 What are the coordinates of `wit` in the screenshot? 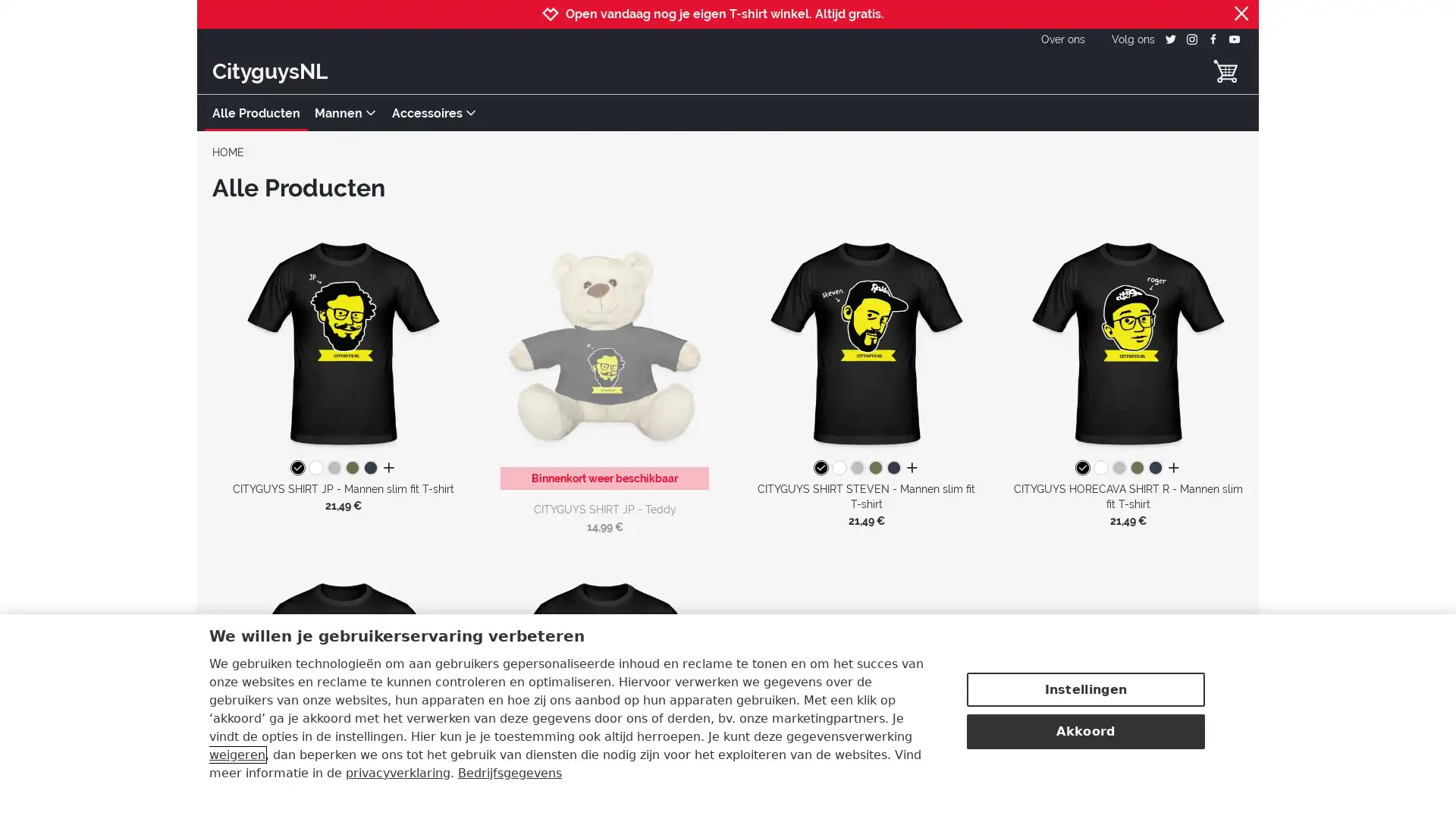 It's located at (1100, 468).